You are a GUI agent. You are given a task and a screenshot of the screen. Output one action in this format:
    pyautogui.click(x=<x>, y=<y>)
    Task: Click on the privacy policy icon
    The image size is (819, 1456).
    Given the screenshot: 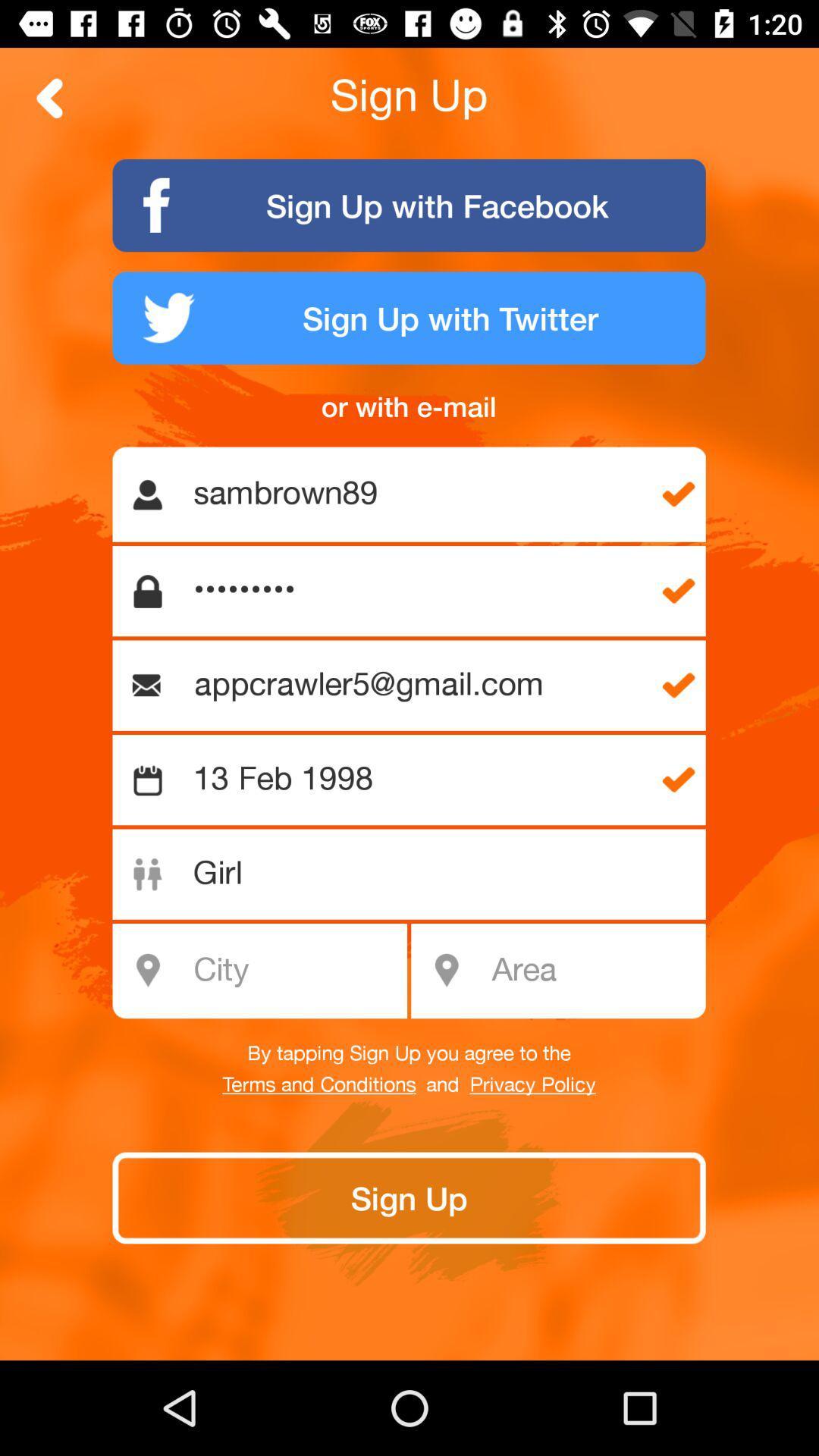 What is the action you would take?
    pyautogui.click(x=532, y=1084)
    